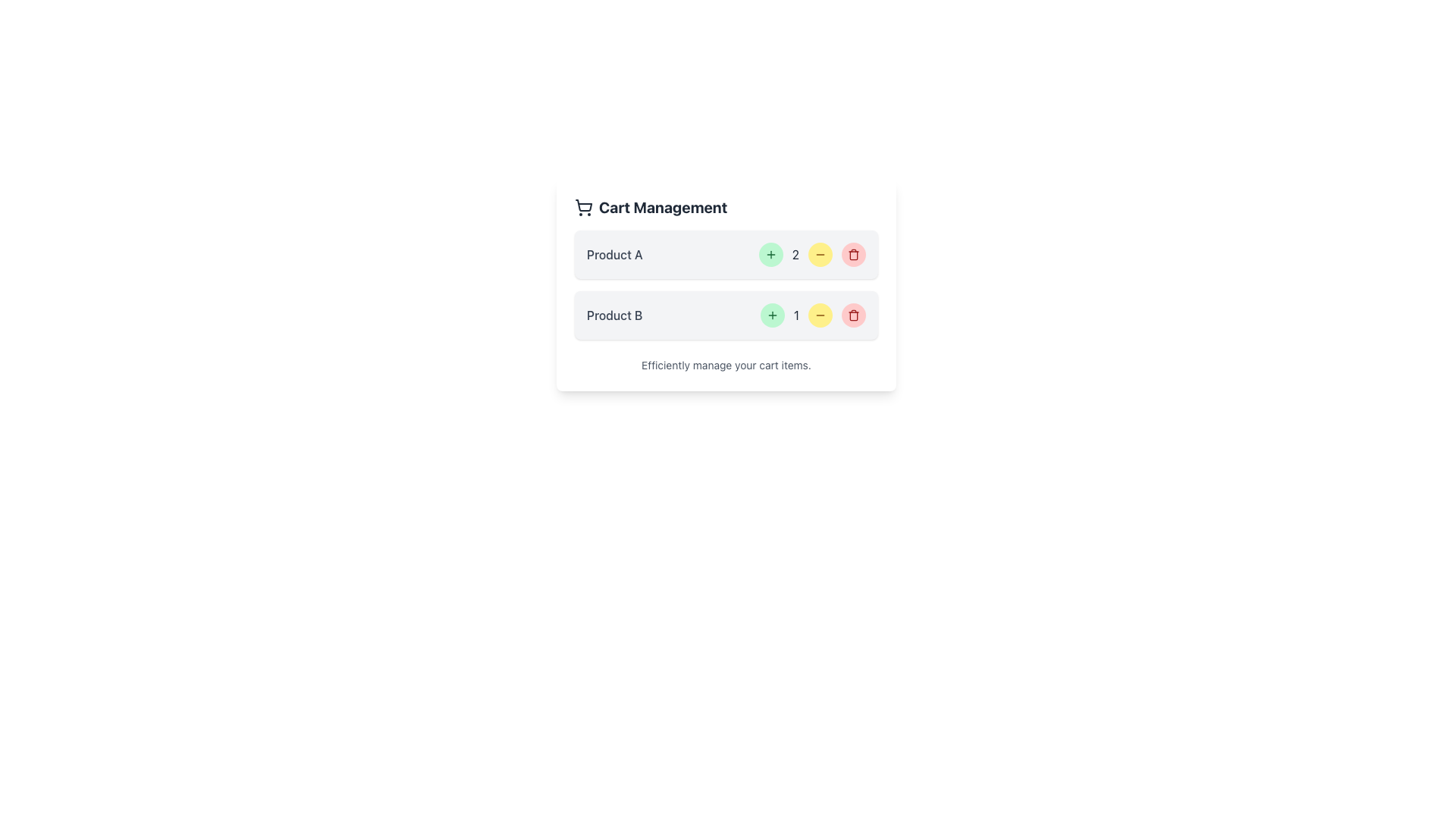 This screenshot has height=819, width=1456. I want to click on the delete button for 'Product B' to change its background color, which is located to the right of the yellow decrement button in the shopping cart management area, so click(854, 315).